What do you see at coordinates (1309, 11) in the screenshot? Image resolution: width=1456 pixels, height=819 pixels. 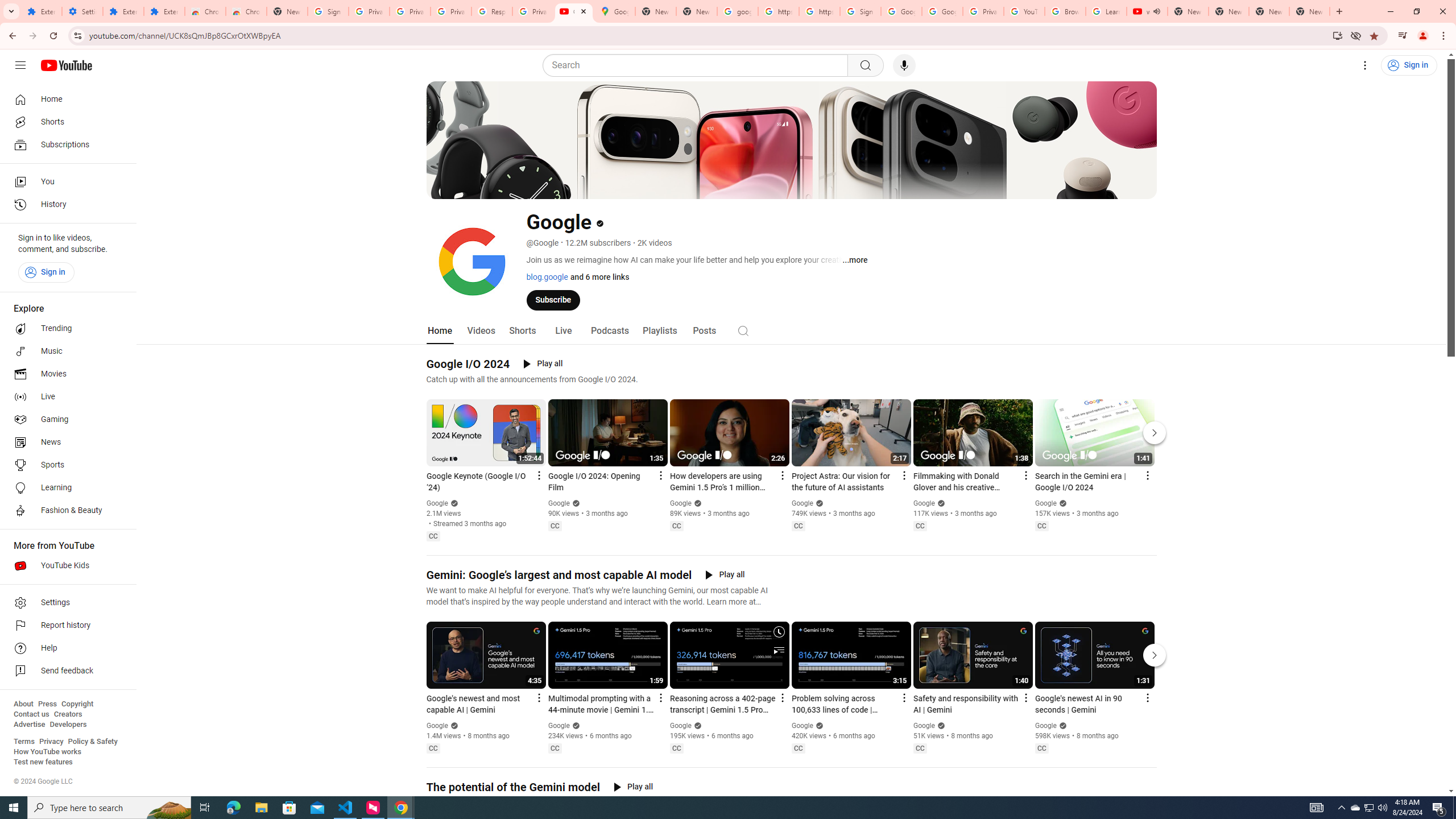 I see `'New Tab'` at bounding box center [1309, 11].